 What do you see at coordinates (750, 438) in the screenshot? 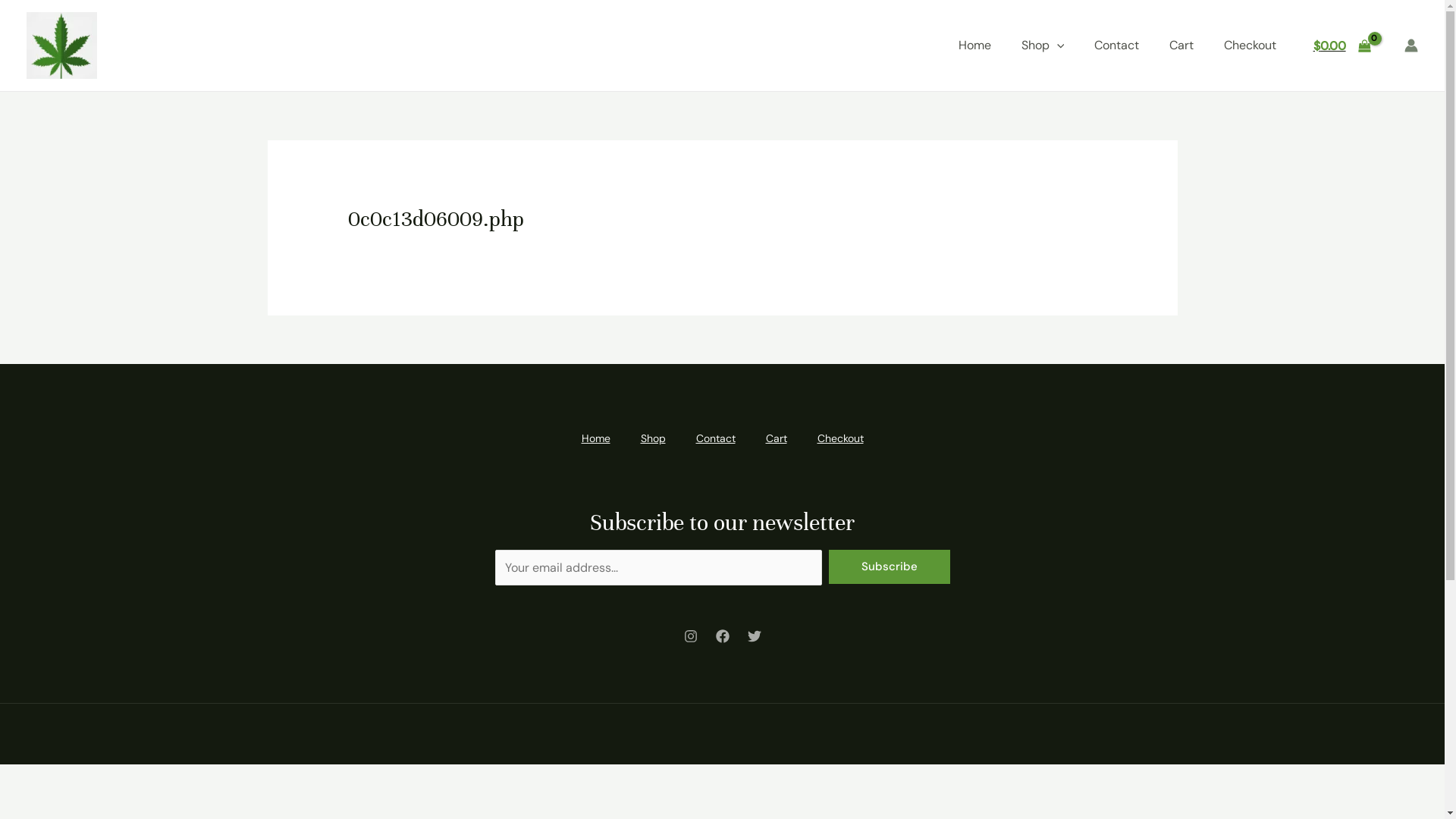
I see `'Cart'` at bounding box center [750, 438].